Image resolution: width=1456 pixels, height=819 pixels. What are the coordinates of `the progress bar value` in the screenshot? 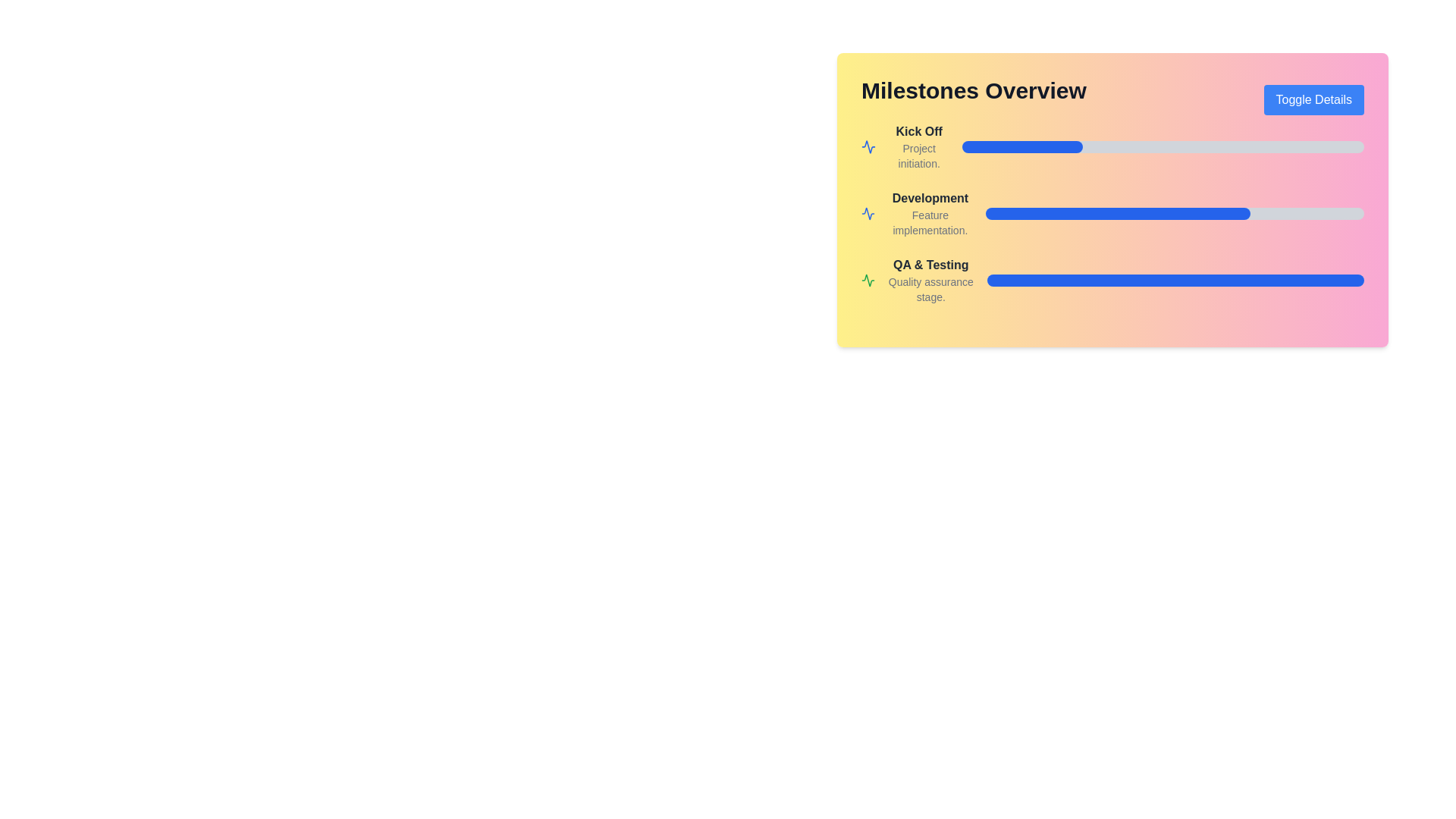 It's located at (1021, 281).